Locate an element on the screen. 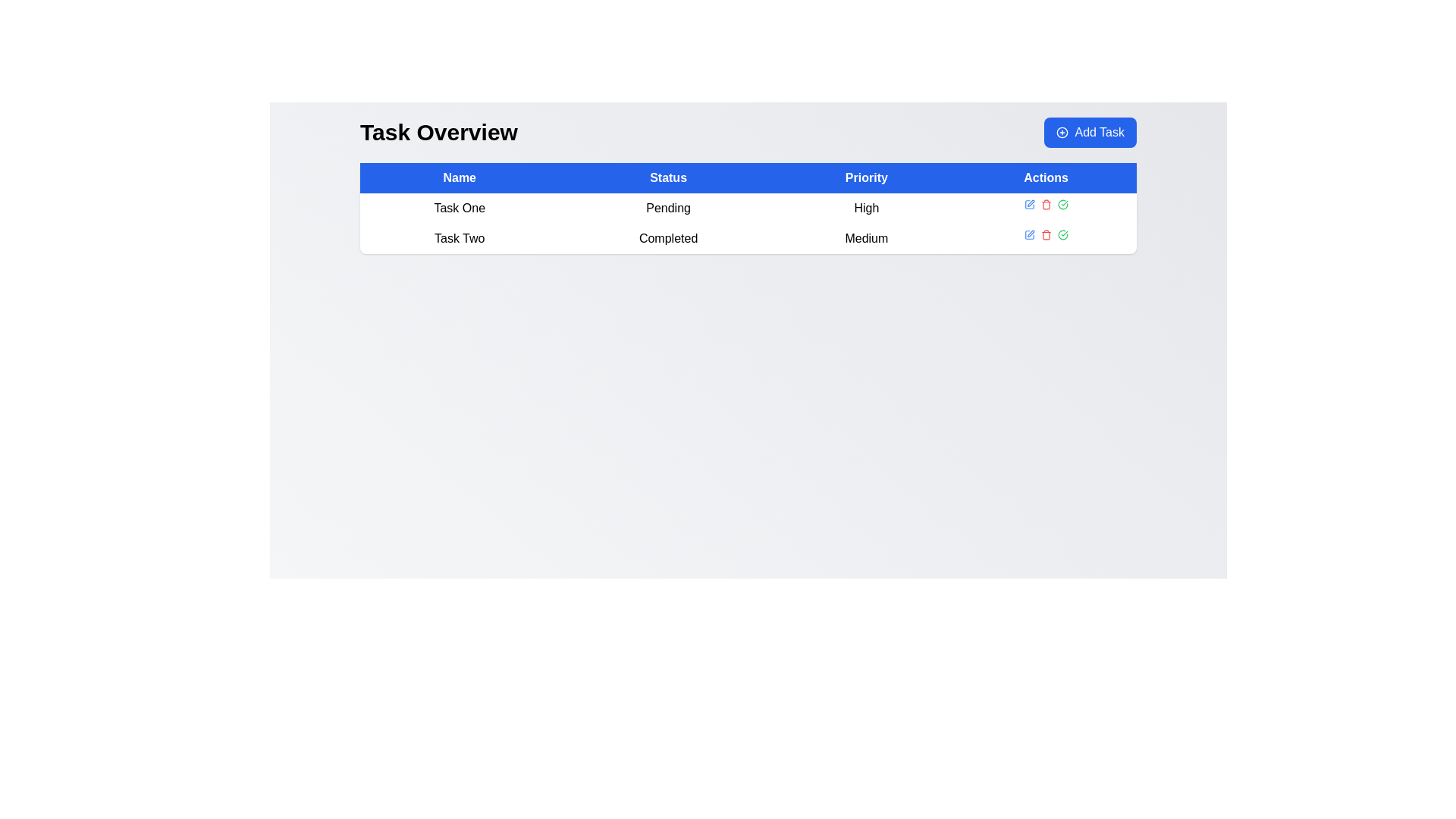  the 'Name' label, which is styled with bold white text on a blue background and is the first header in a table-like structure is located at coordinates (459, 177).